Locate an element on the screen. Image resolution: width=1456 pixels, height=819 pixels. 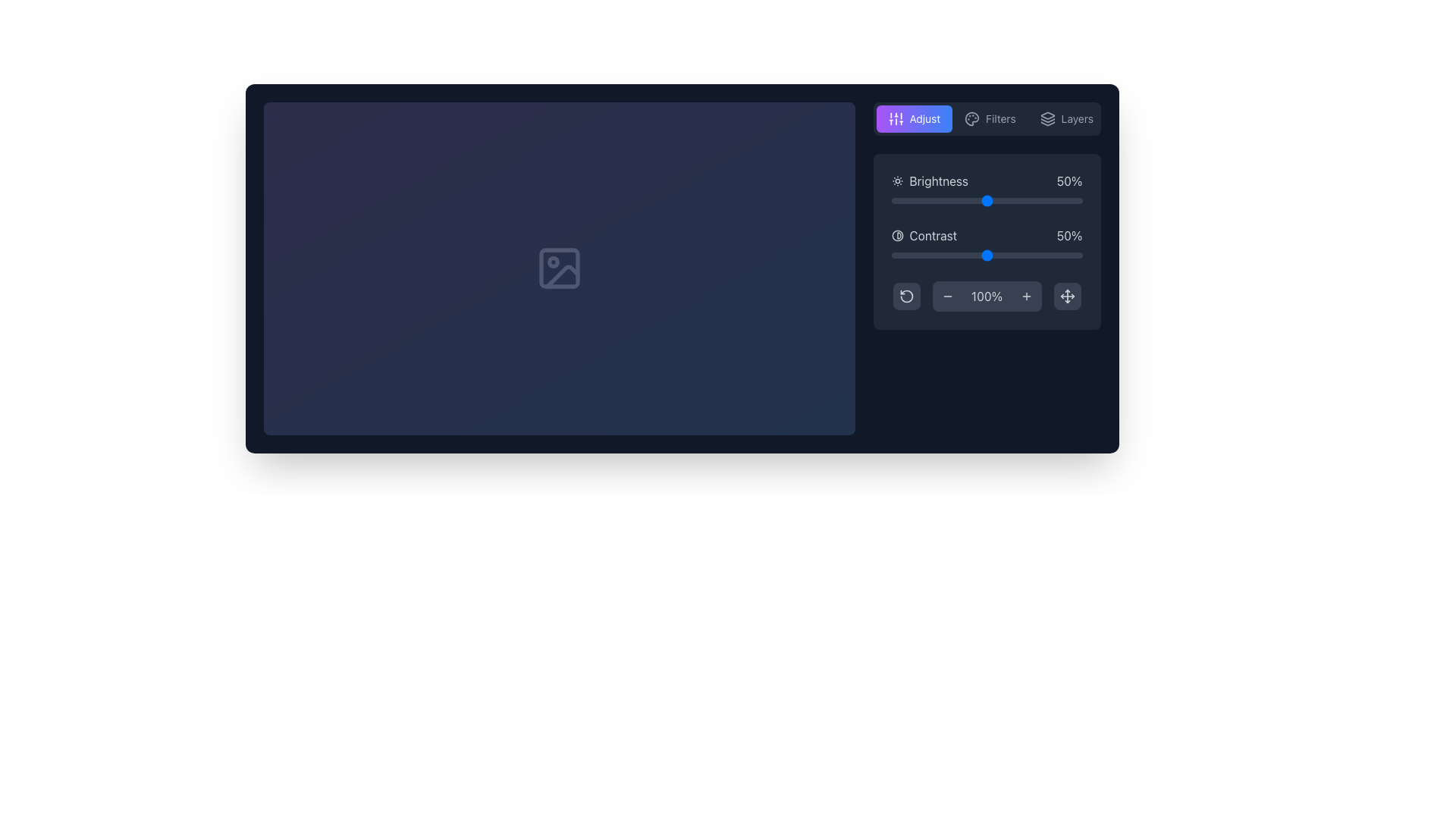
the first button in the upper-right section of the interface, which activates or navigates to adjustment features for image editing is located at coordinates (913, 118).